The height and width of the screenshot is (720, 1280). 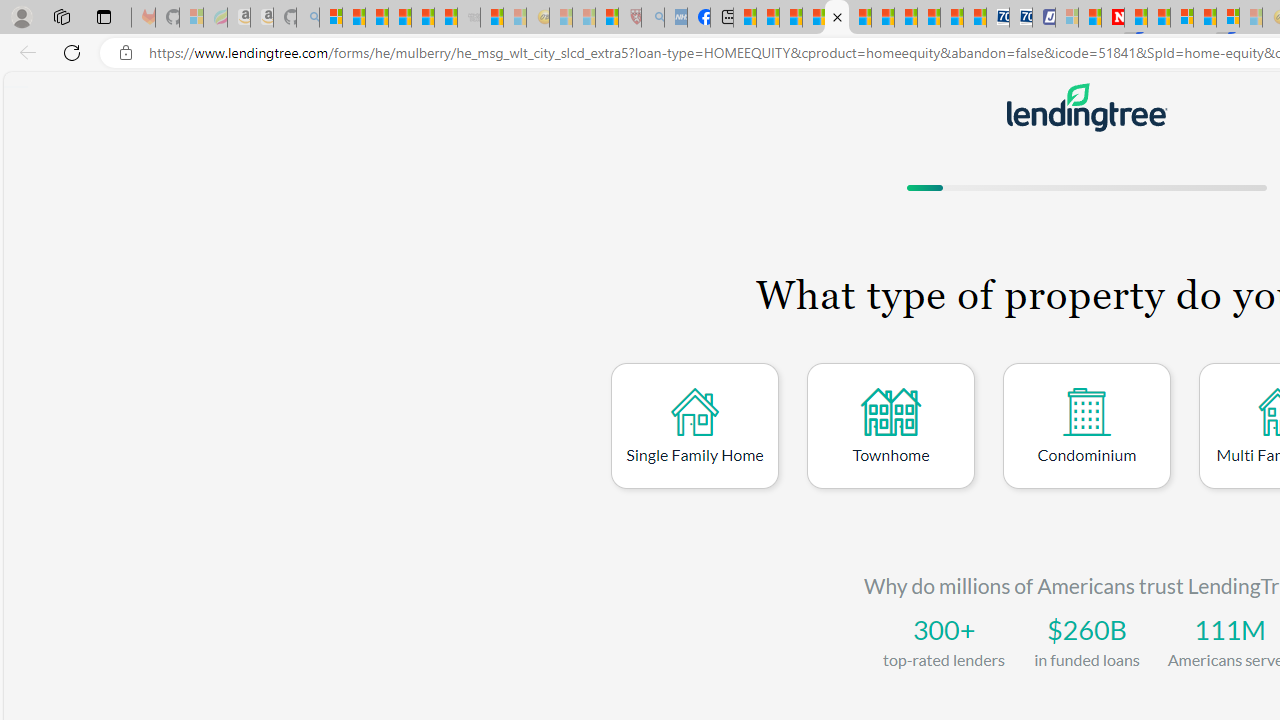 What do you see at coordinates (1020, 17) in the screenshot?
I see `'Cheap Hotels - Save70.com'` at bounding box center [1020, 17].